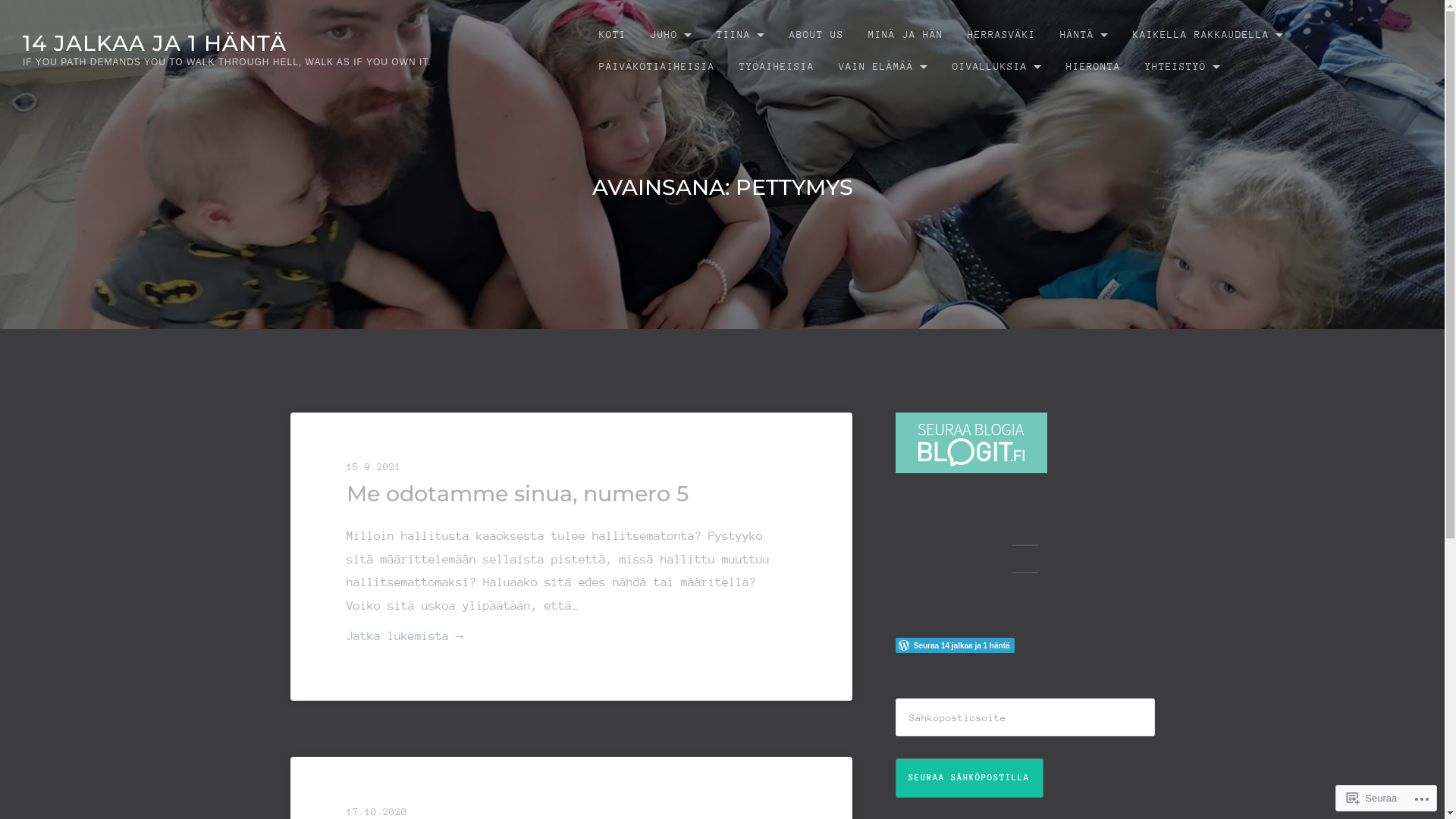 This screenshot has height=819, width=1456. What do you see at coordinates (585, 34) in the screenshot?
I see `'KOTI'` at bounding box center [585, 34].